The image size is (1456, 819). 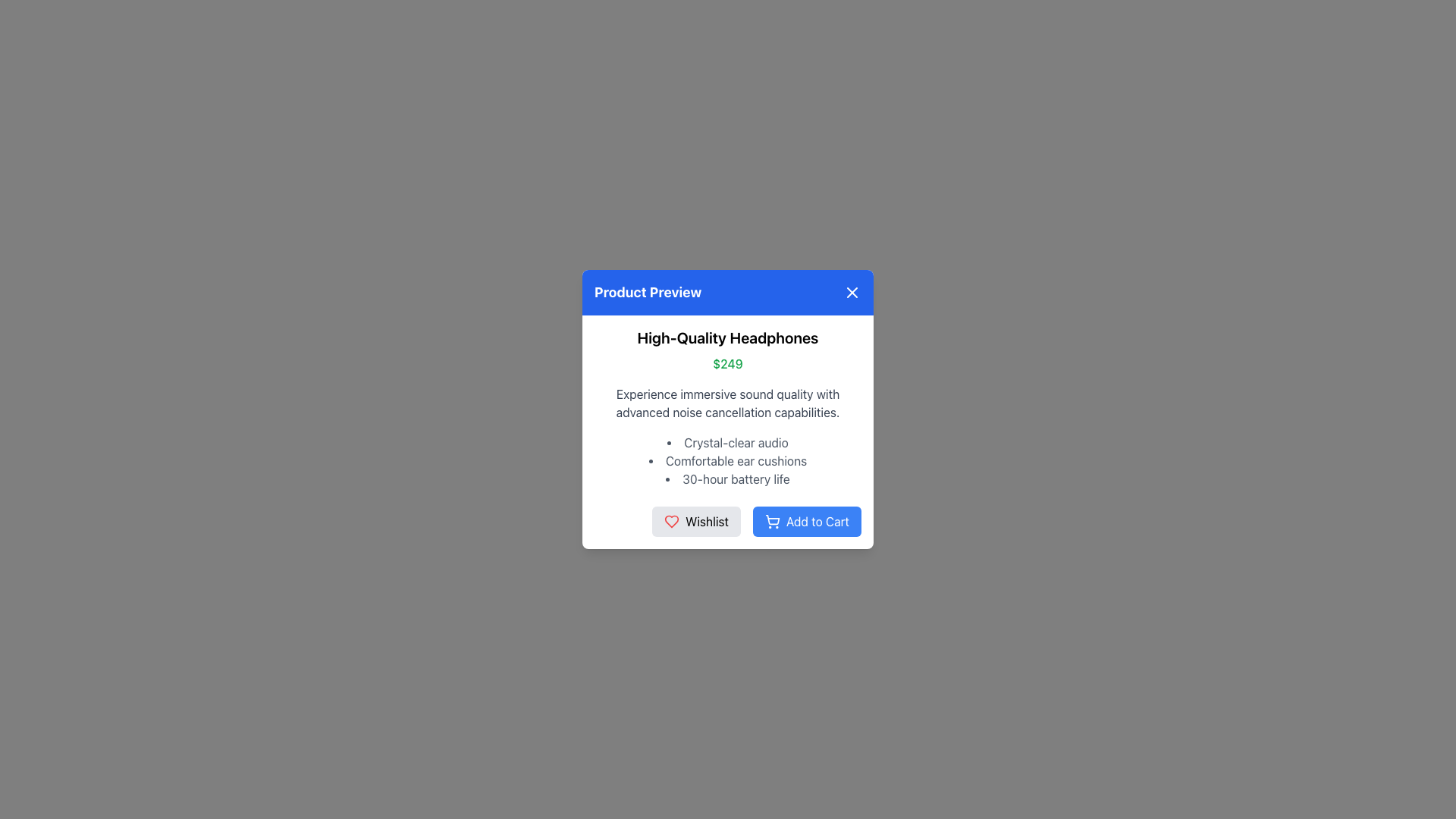 What do you see at coordinates (772, 520) in the screenshot?
I see `the blue shopping cart icon located within the 'Add to Cart' button, which is positioned to the left of the label text 'Add to Cart'` at bounding box center [772, 520].